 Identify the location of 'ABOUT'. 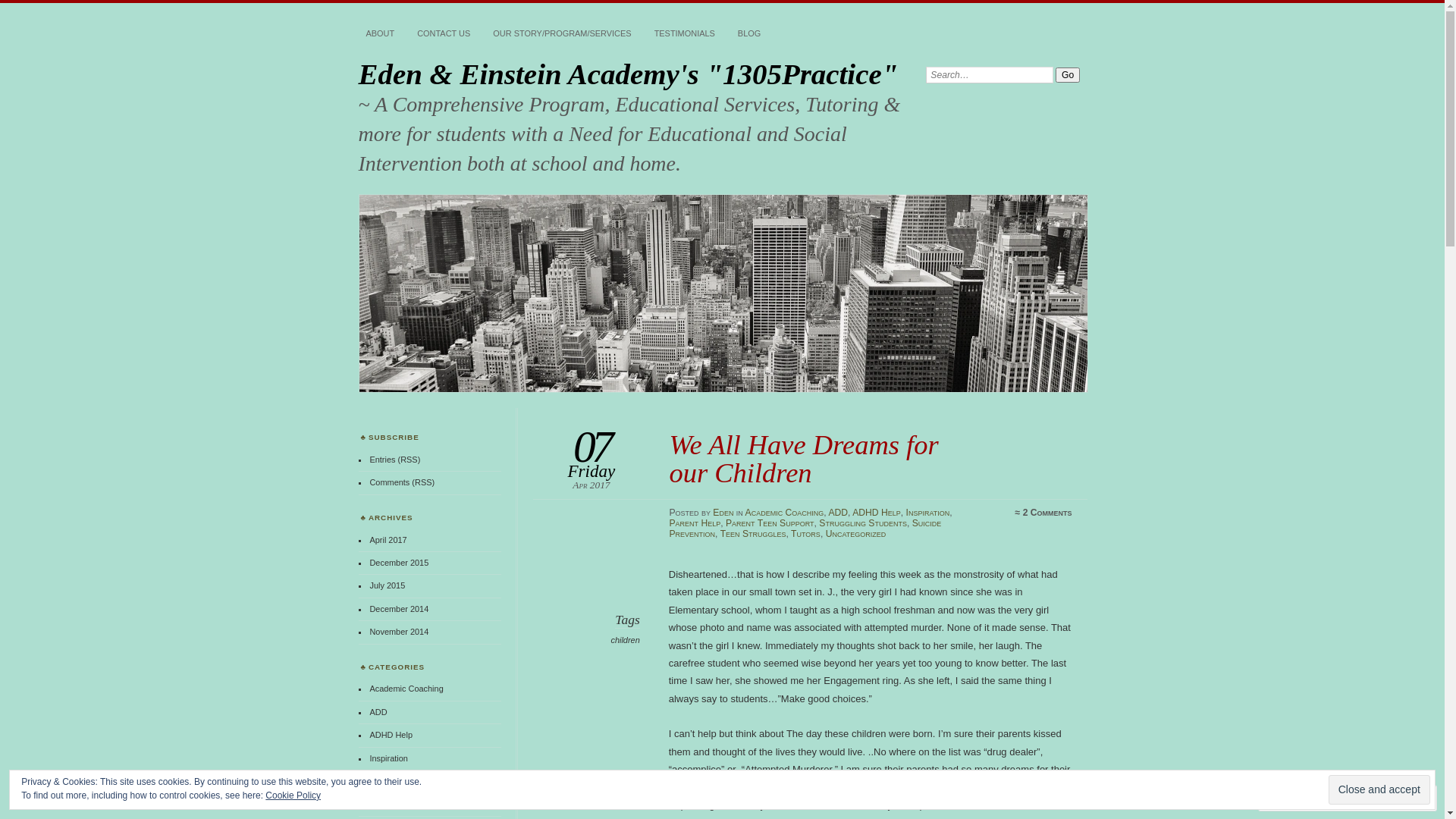
(379, 34).